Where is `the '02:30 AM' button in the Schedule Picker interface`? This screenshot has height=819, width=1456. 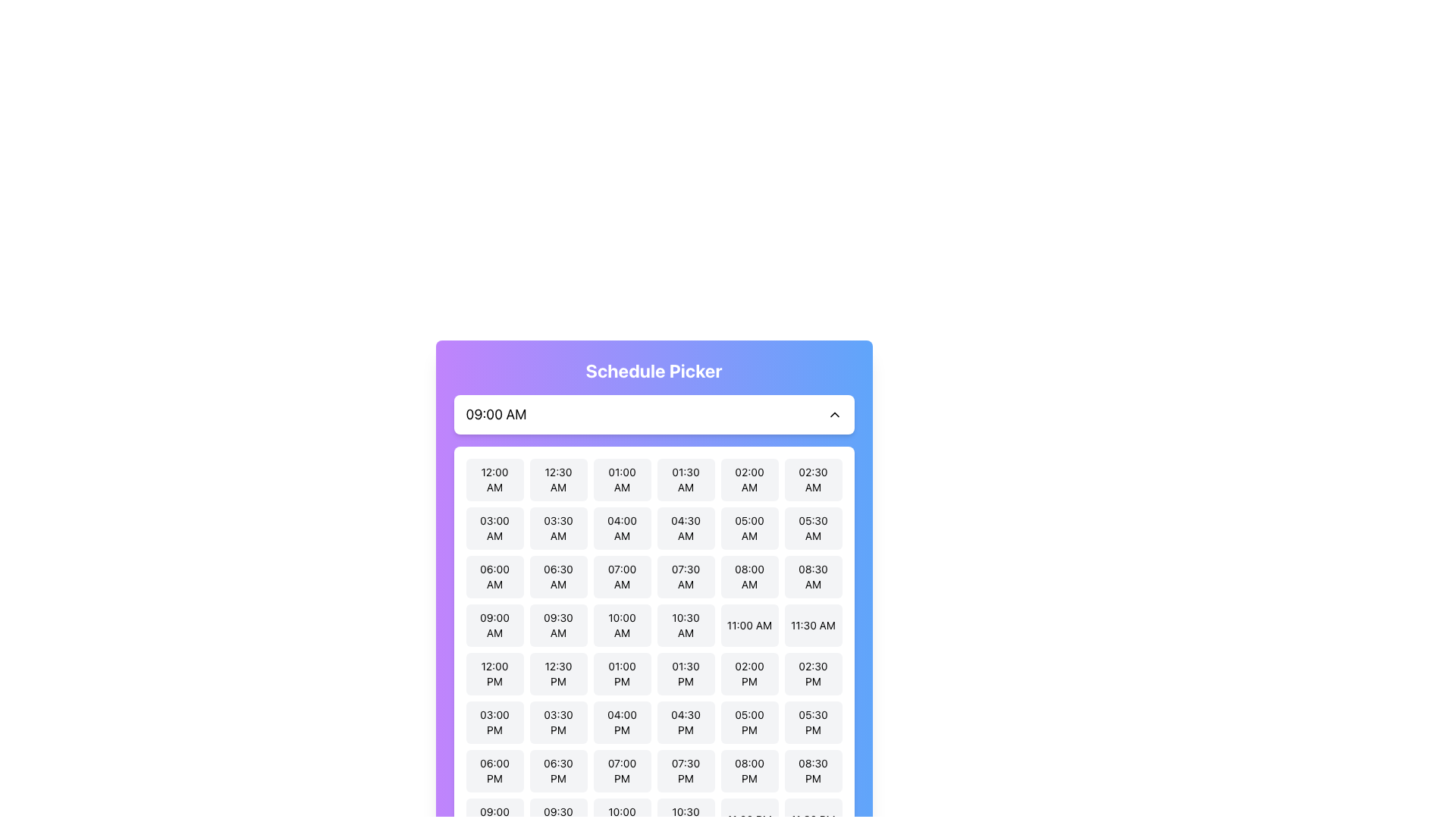
the '02:30 AM' button in the Schedule Picker interface is located at coordinates (812, 479).